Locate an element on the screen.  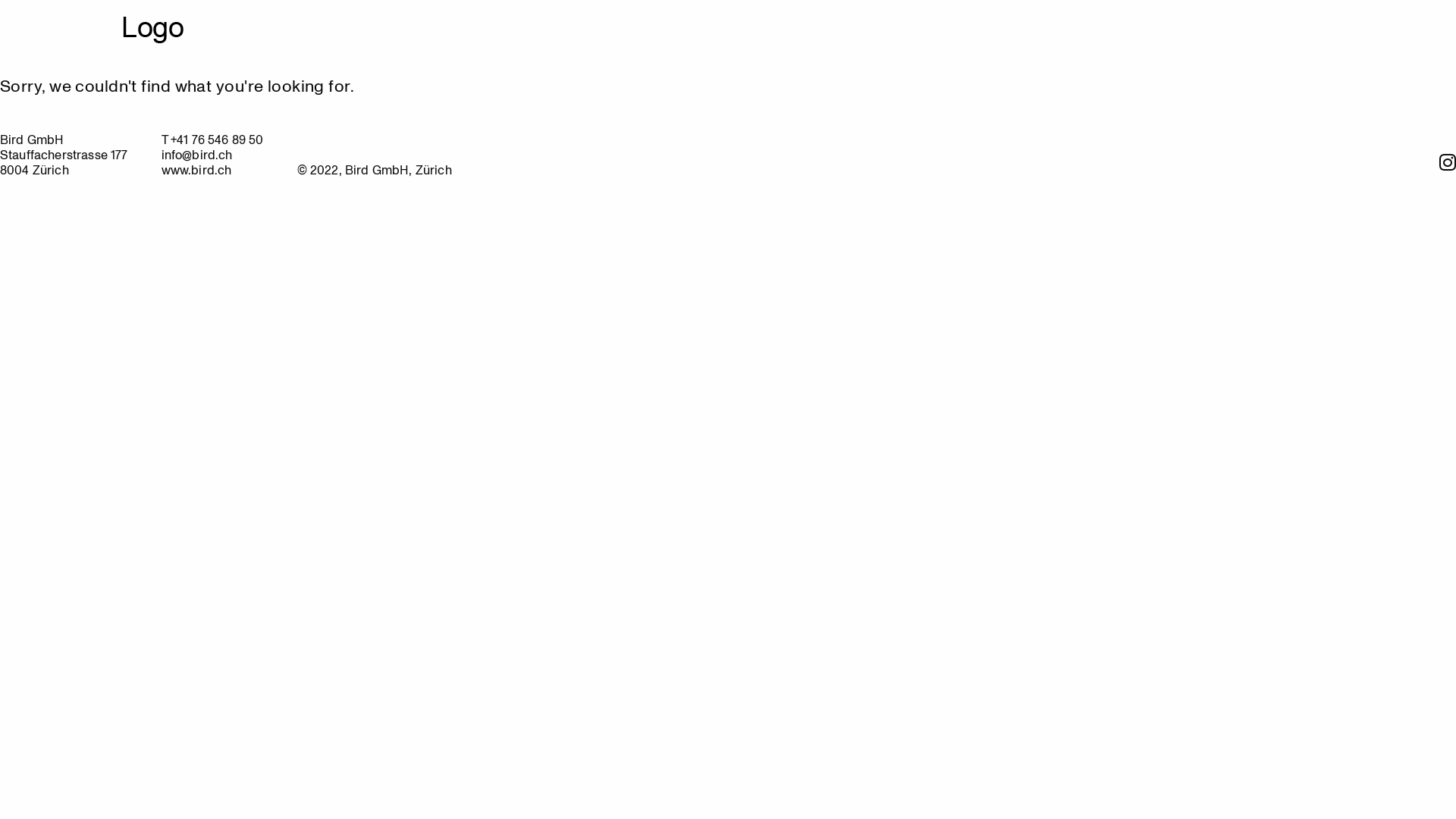
'www.bird.ch' is located at coordinates (196, 170).